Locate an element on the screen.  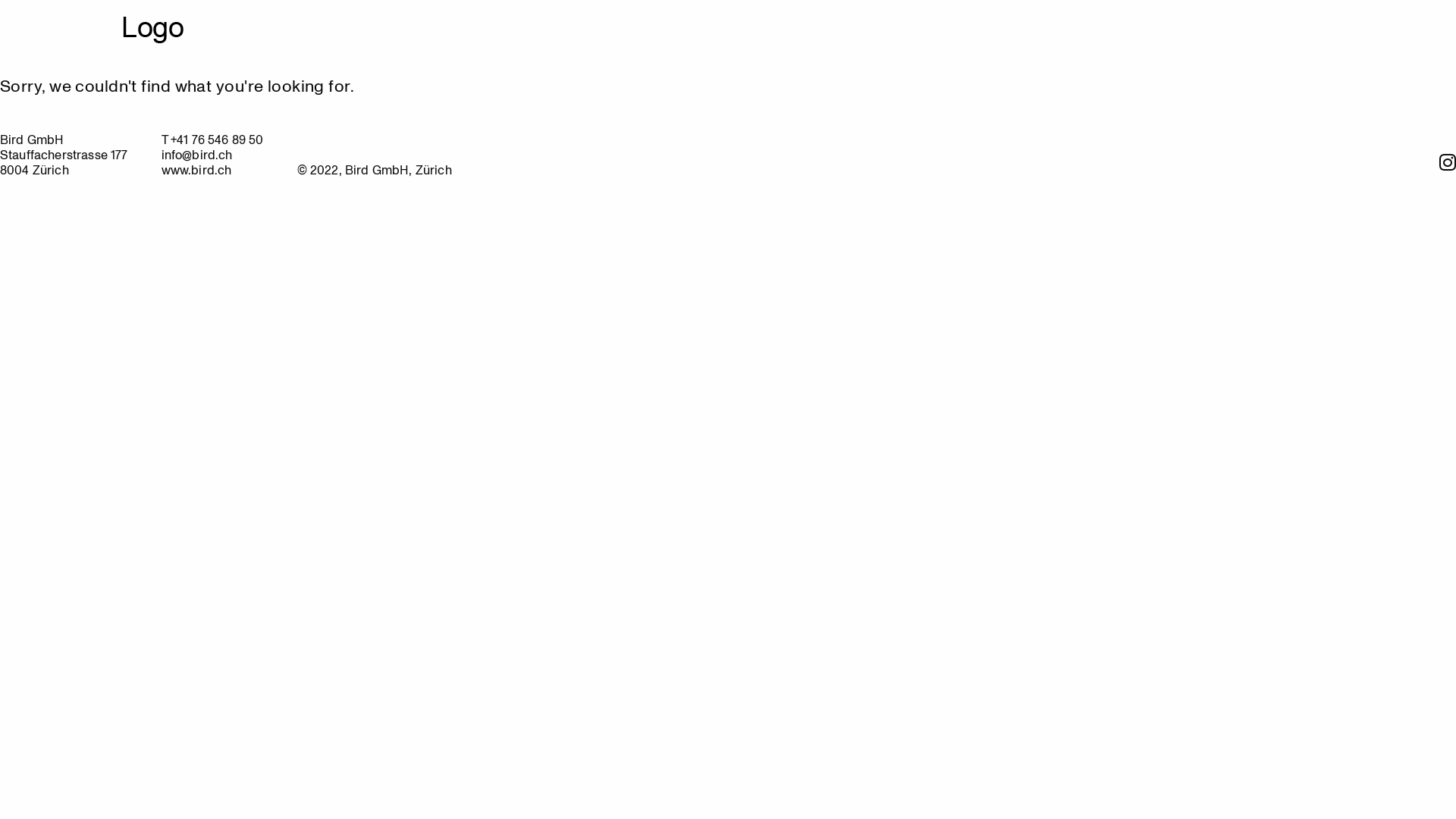
'www.bird.ch' is located at coordinates (196, 170).